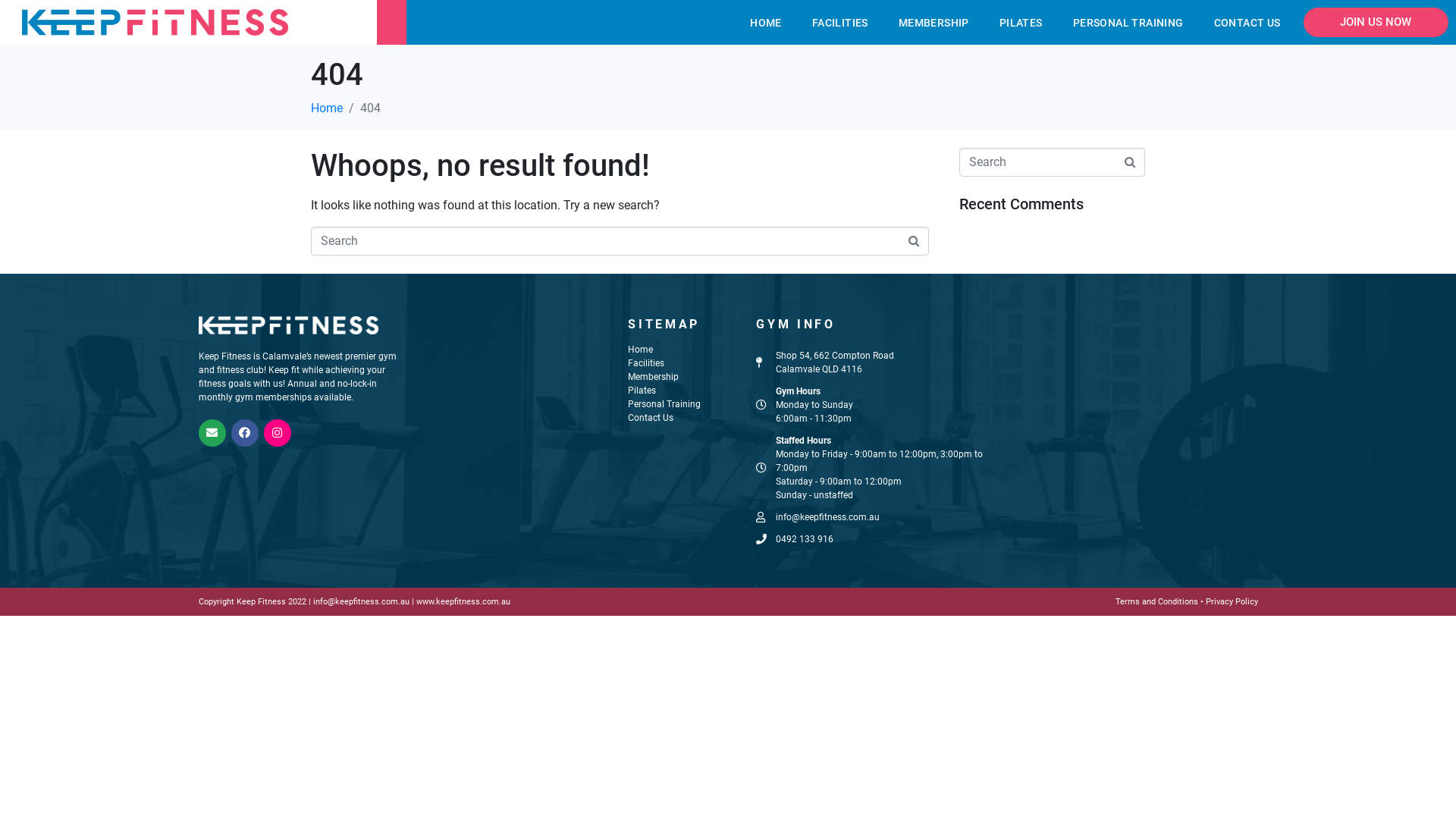 Image resolution: width=1456 pixels, height=819 pixels. What do you see at coordinates (642, 390) in the screenshot?
I see `'Pilates'` at bounding box center [642, 390].